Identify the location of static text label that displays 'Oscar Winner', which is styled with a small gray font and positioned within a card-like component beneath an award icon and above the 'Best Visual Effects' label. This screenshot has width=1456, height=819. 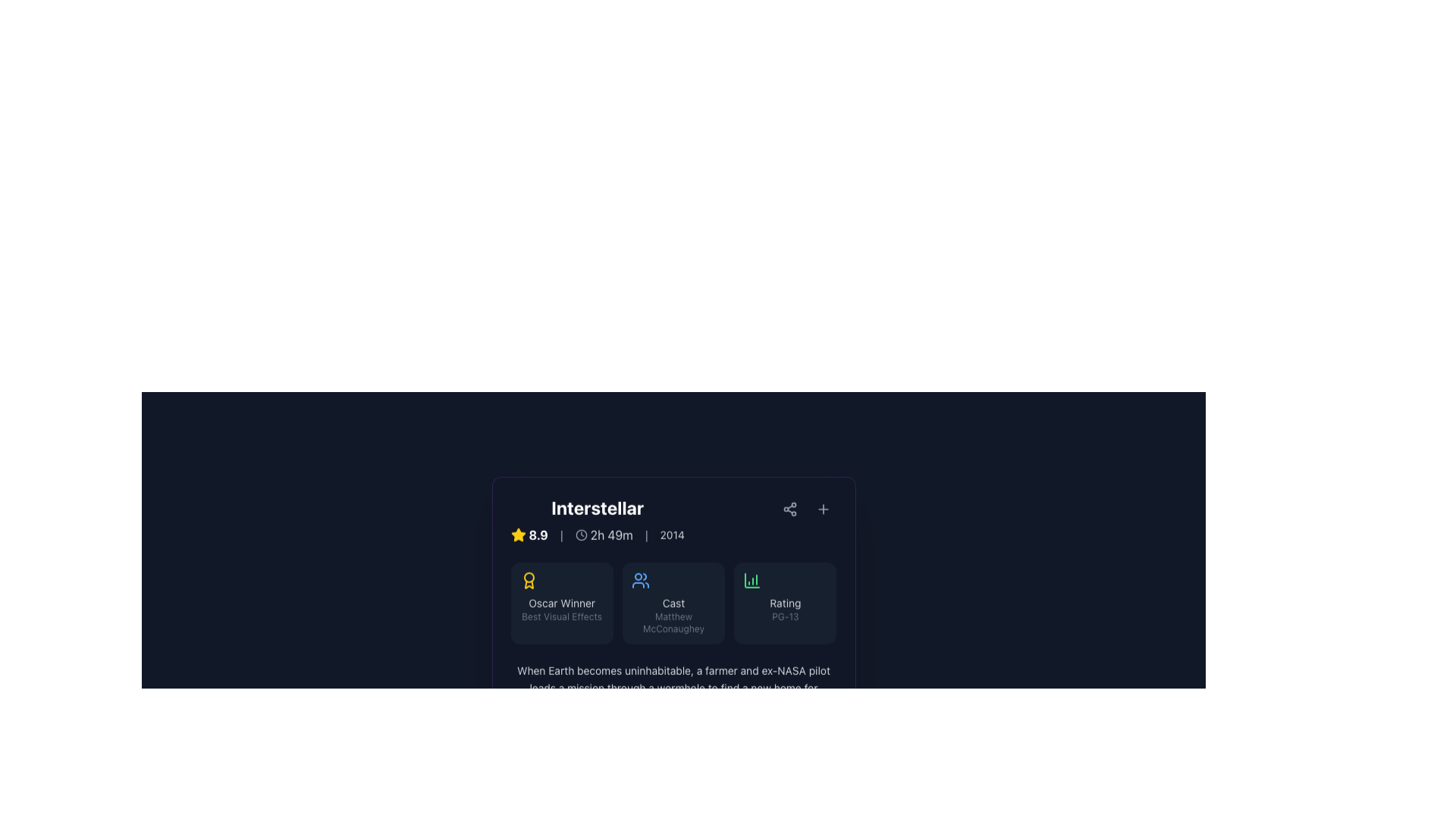
(561, 602).